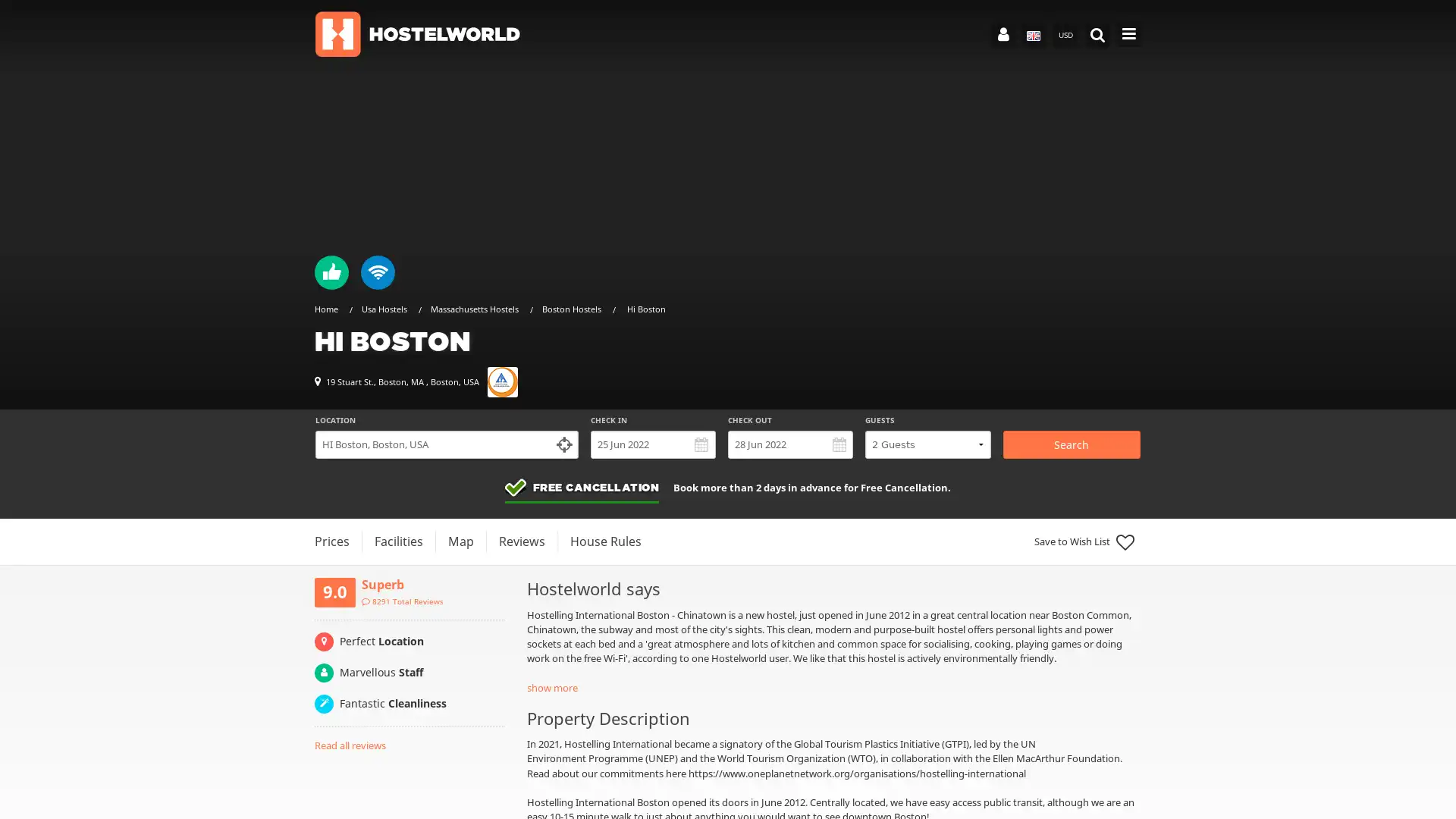 This screenshot has height=819, width=1456. What do you see at coordinates (1070, 444) in the screenshot?
I see `Search` at bounding box center [1070, 444].